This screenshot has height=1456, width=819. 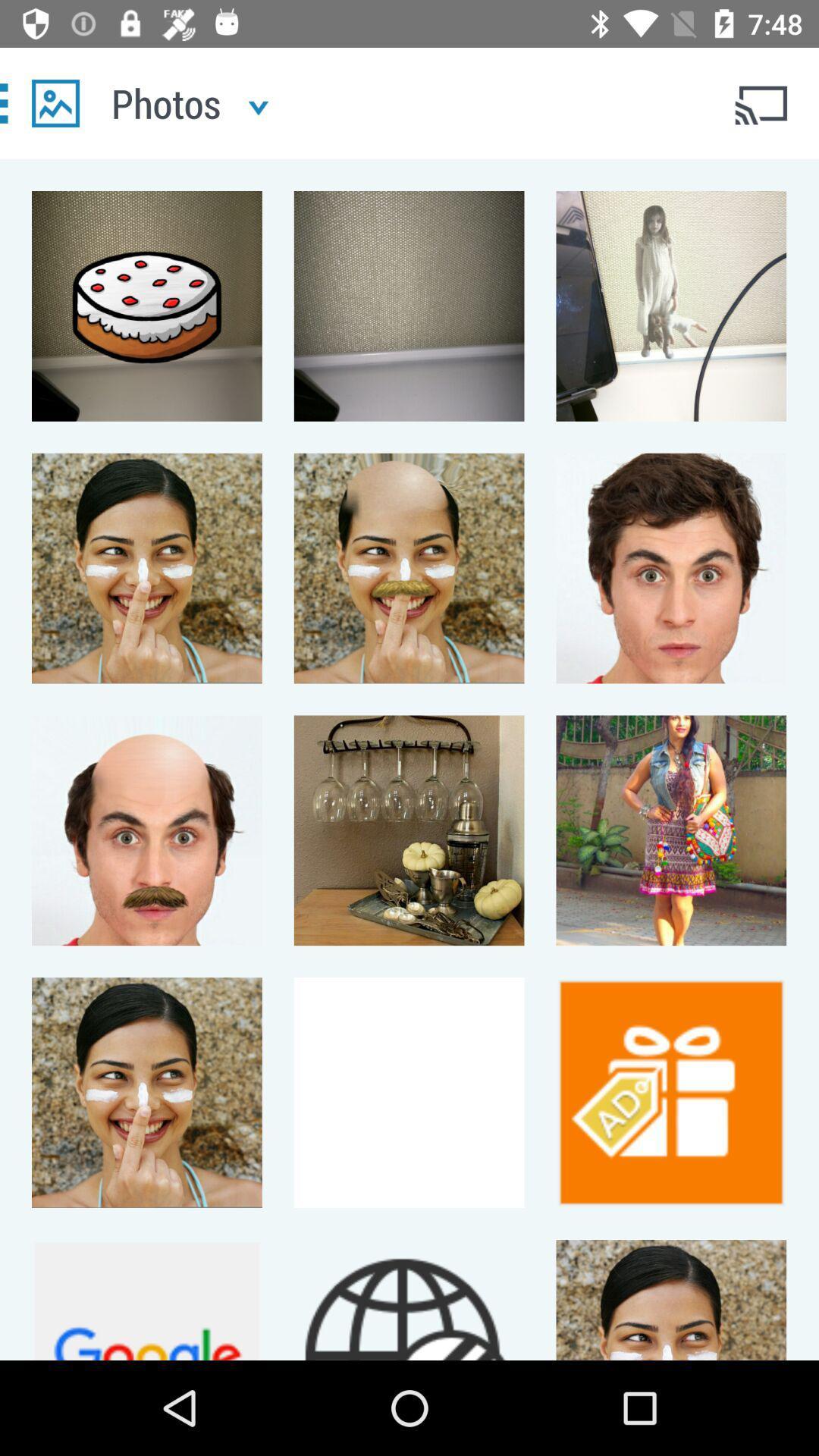 What do you see at coordinates (763, 102) in the screenshot?
I see `cast connection button` at bounding box center [763, 102].